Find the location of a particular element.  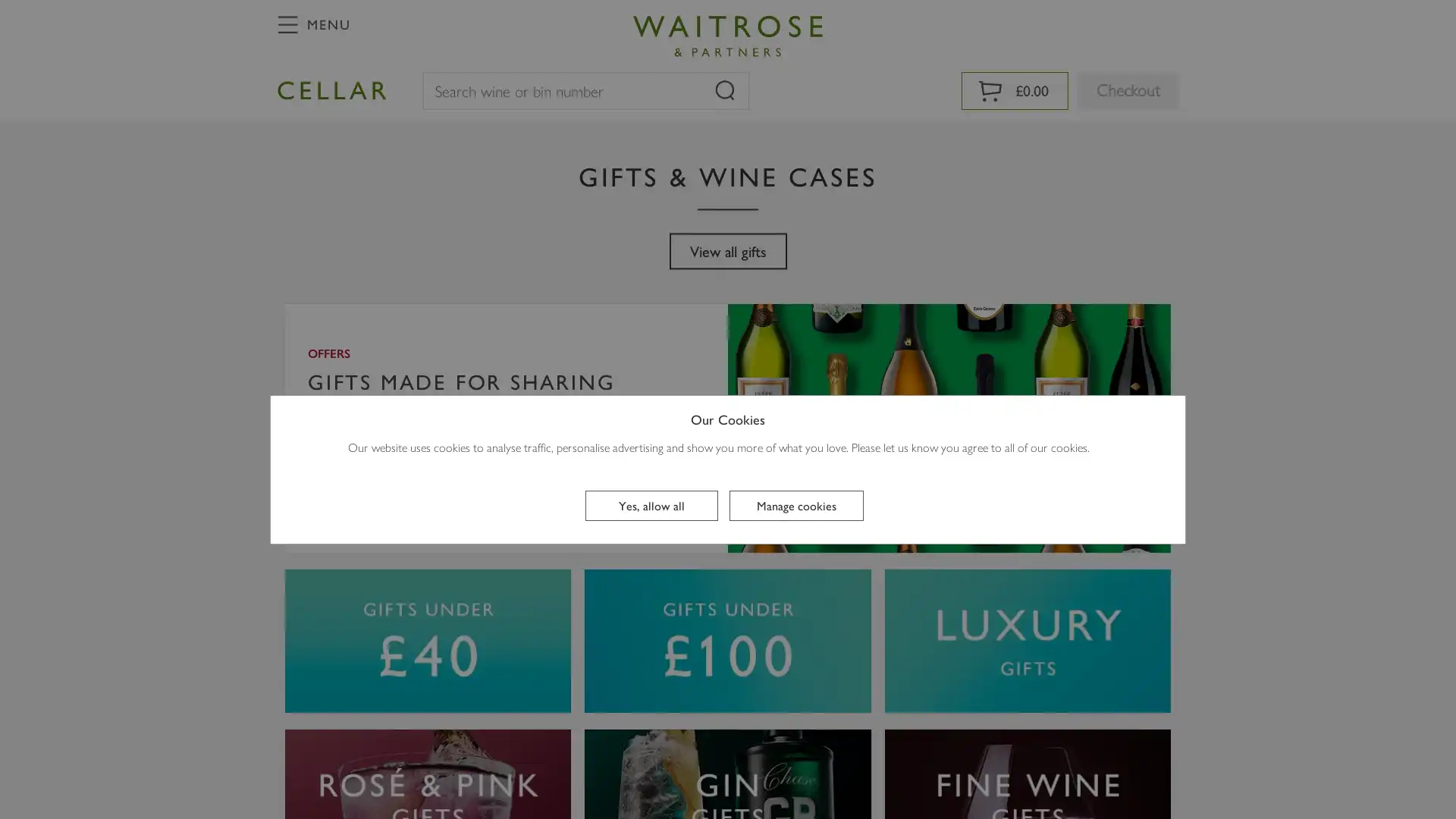

Manage cookies is located at coordinates (795, 506).